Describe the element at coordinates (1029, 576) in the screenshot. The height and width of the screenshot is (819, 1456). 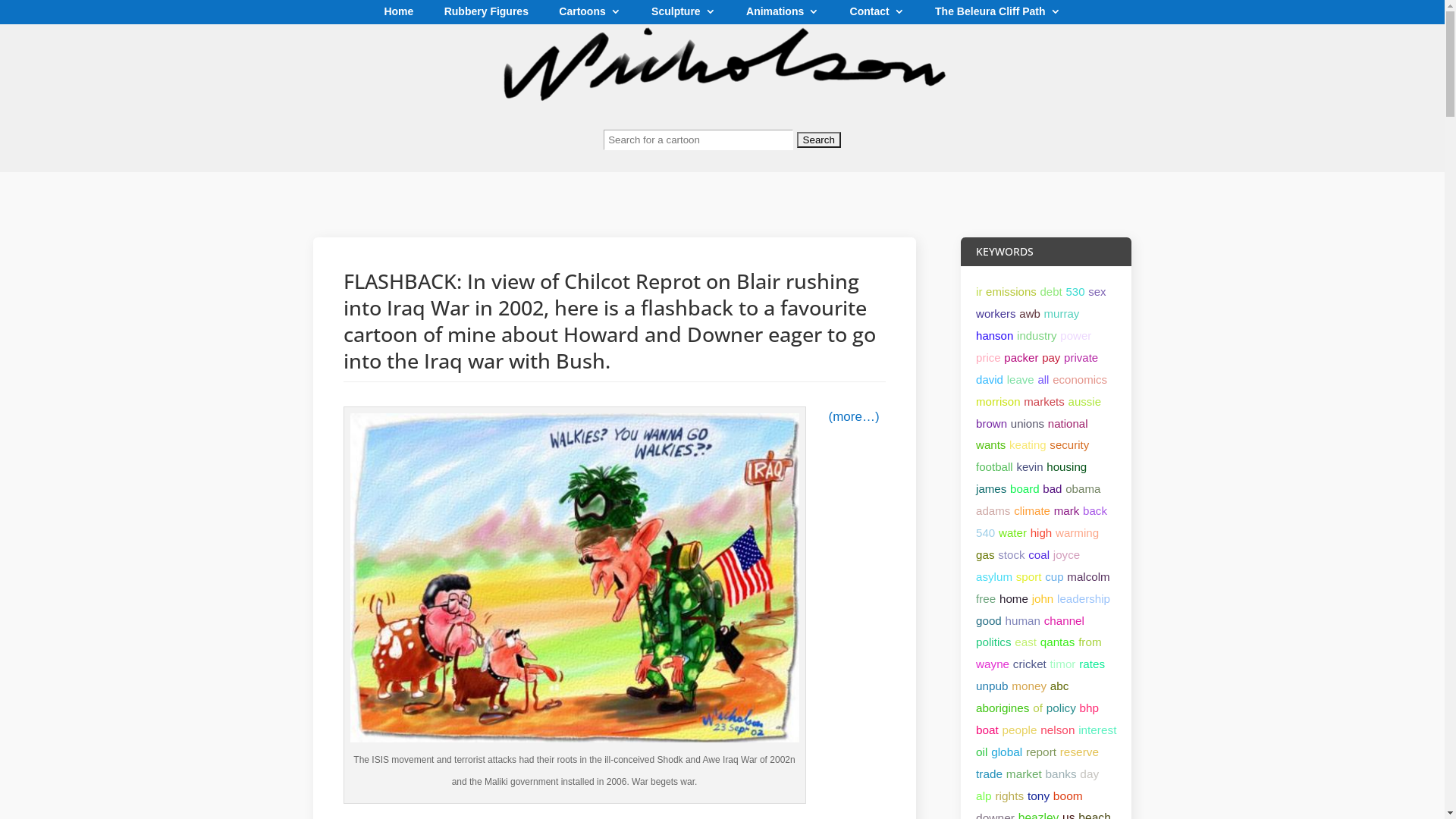
I see `'sport'` at that location.